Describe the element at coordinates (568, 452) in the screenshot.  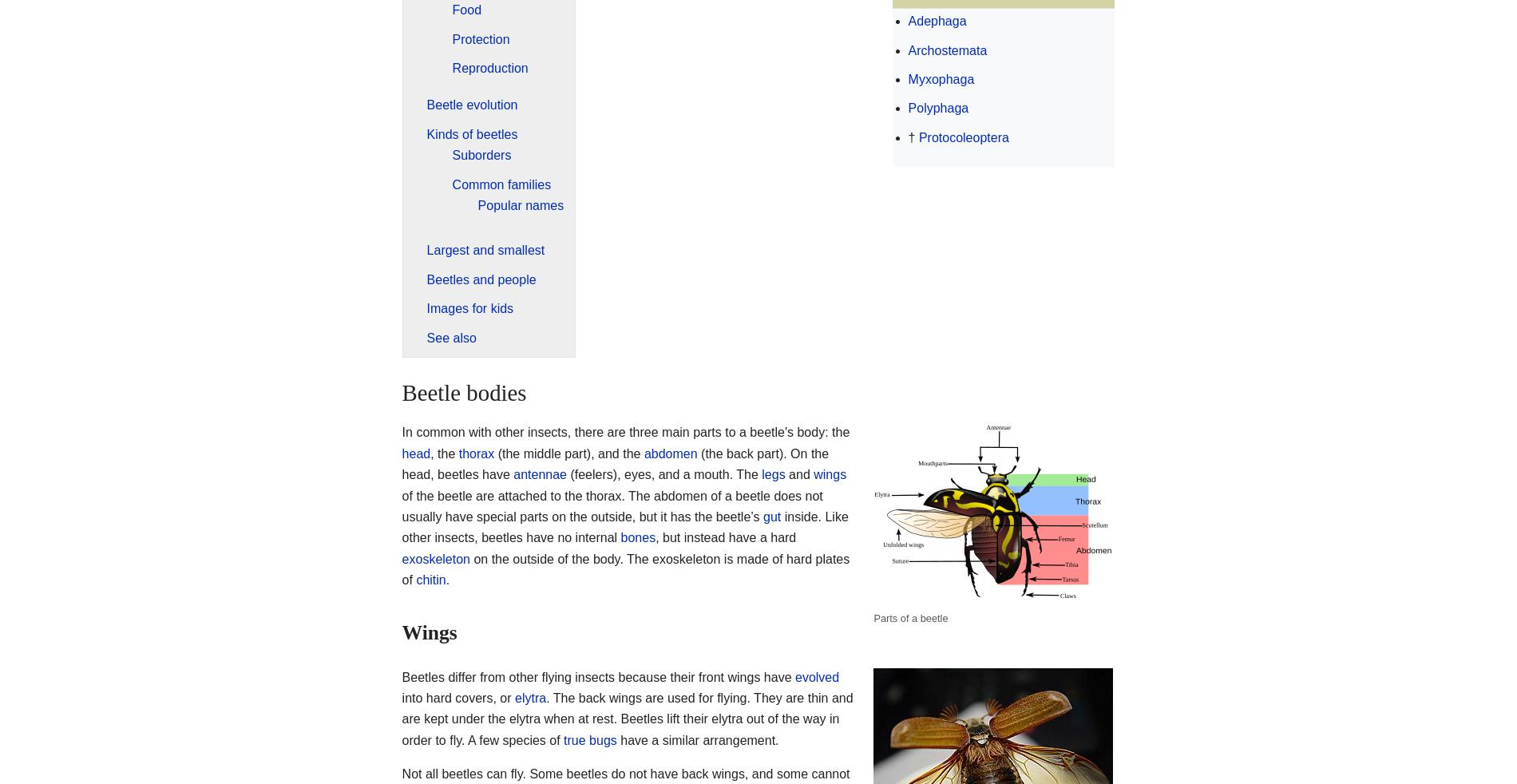
I see `'(the middle part), and the'` at that location.